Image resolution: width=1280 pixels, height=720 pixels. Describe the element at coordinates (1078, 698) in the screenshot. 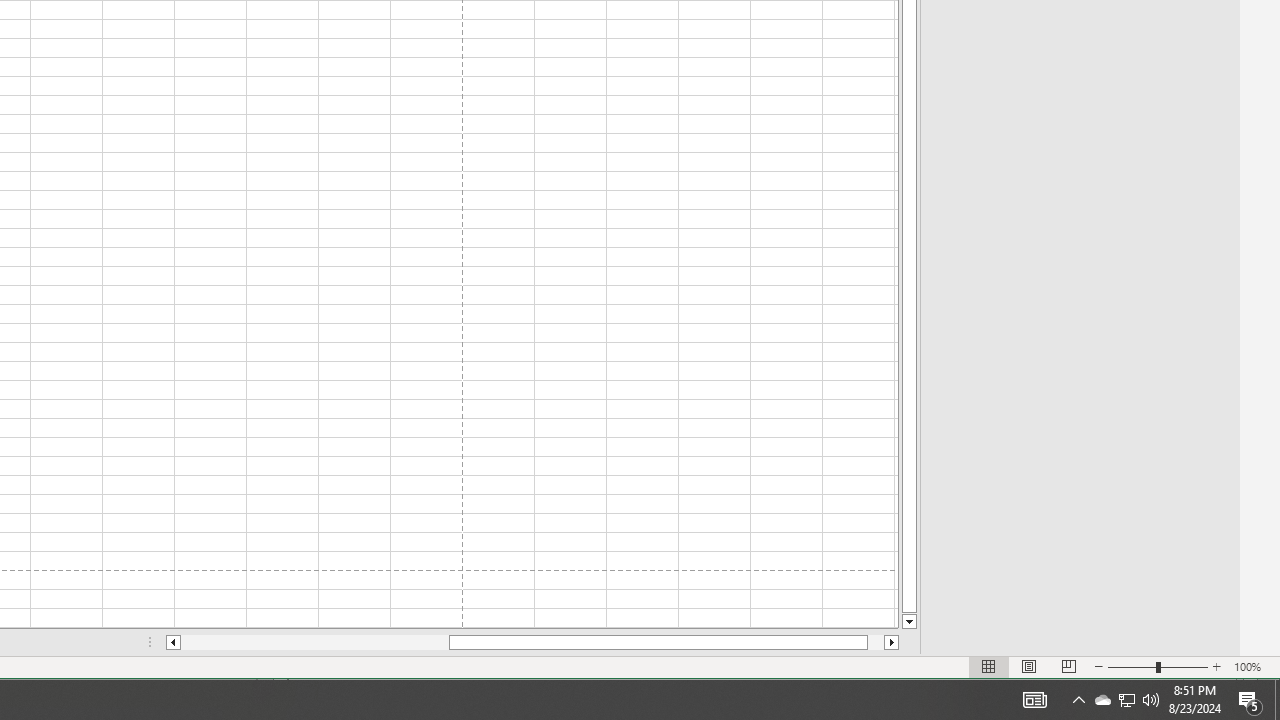

I see `'Notification Chevron'` at that location.